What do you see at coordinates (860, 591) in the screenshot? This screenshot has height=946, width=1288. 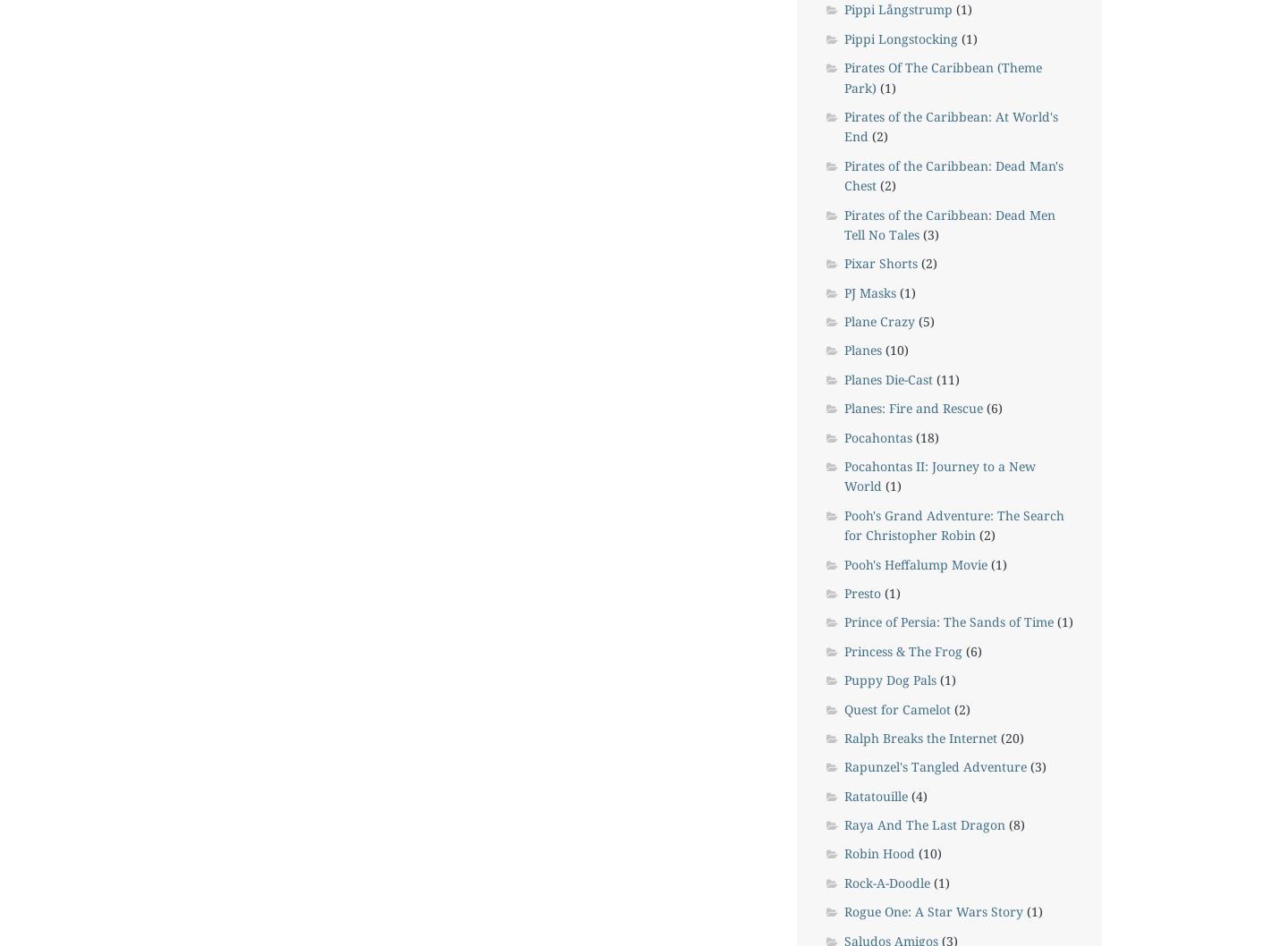 I see `'Presto'` at bounding box center [860, 591].